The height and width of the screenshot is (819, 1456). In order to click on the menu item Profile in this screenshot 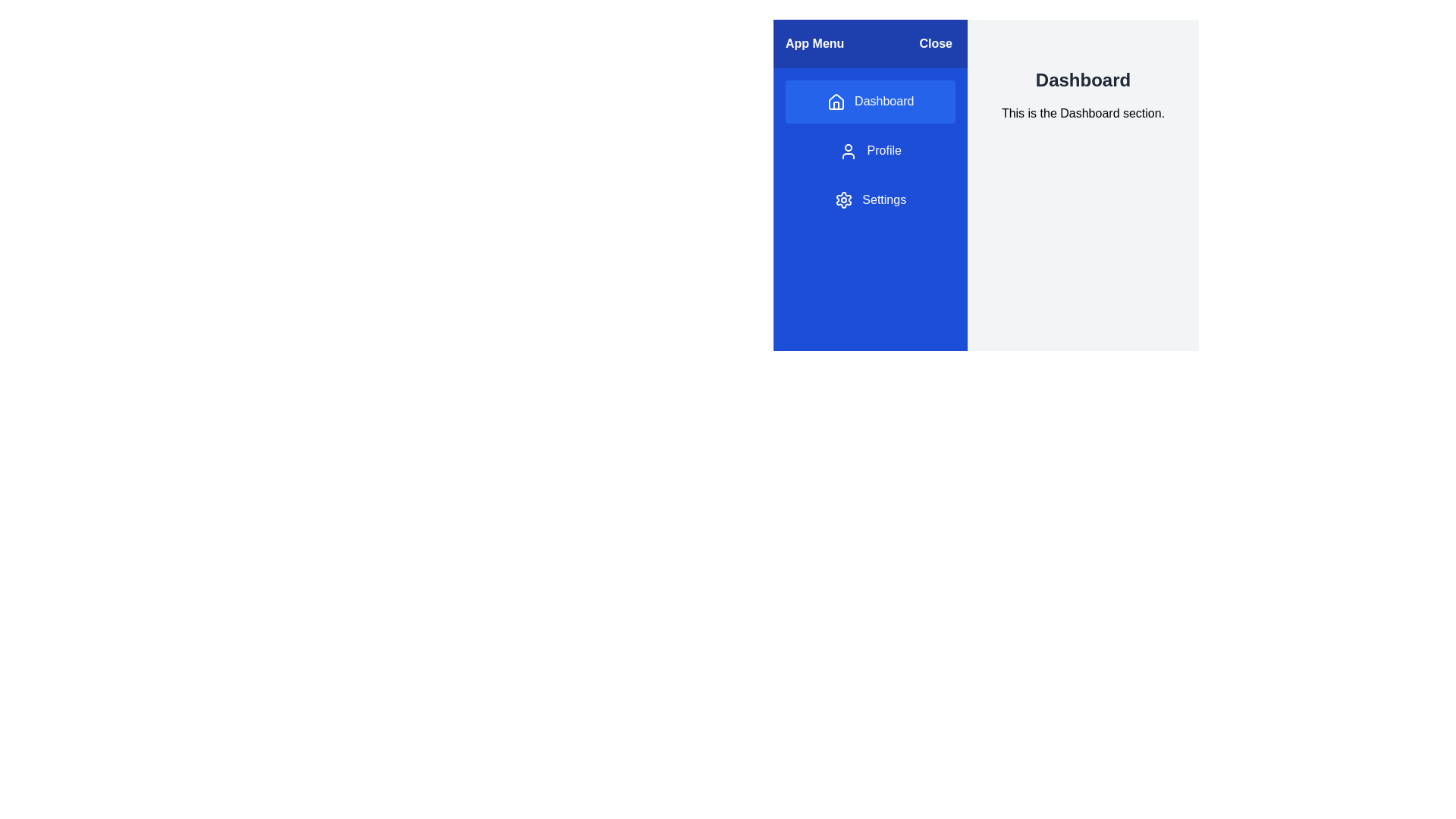, I will do `click(870, 151)`.